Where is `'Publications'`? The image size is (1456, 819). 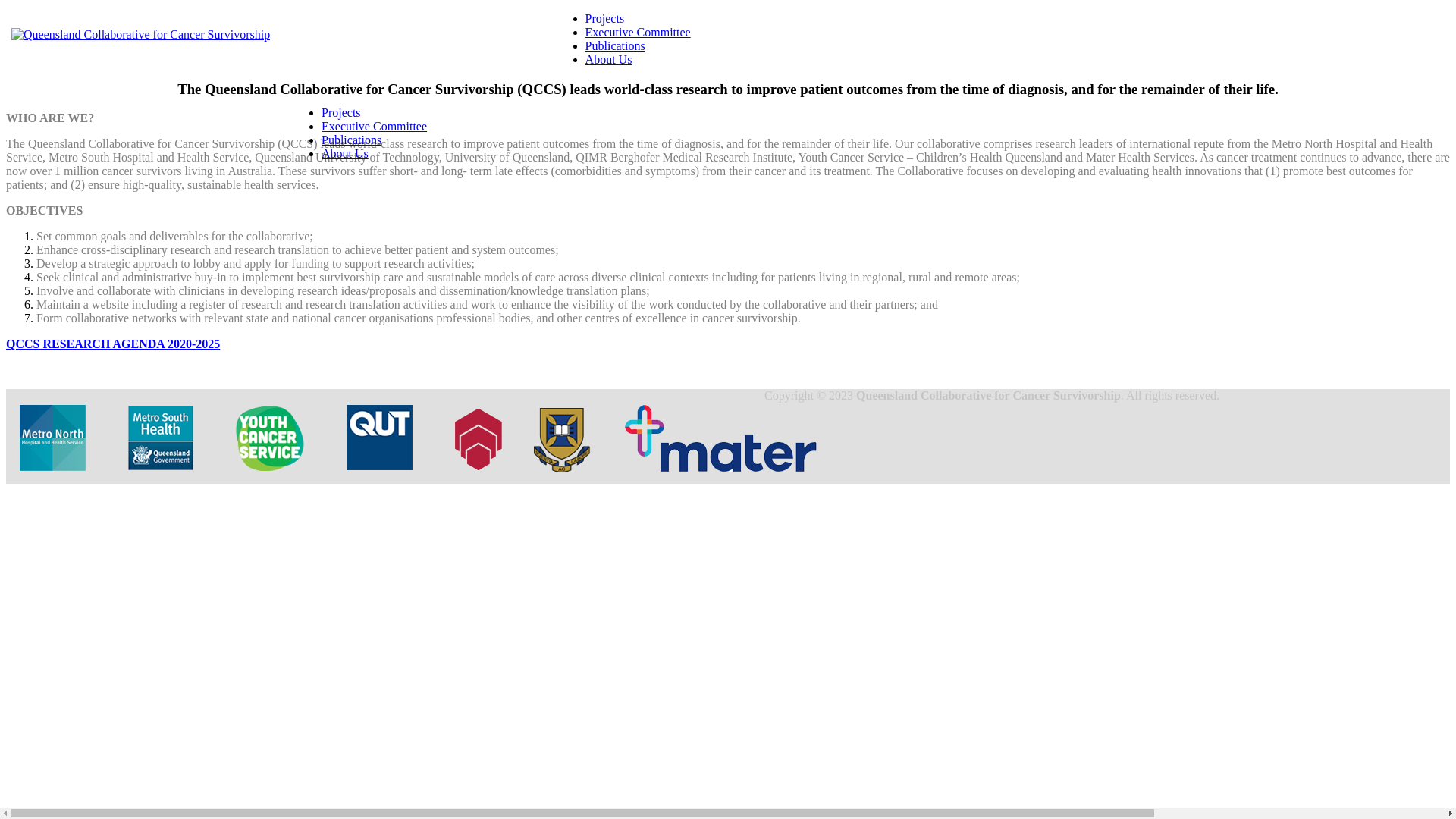
'Publications' is located at coordinates (320, 140).